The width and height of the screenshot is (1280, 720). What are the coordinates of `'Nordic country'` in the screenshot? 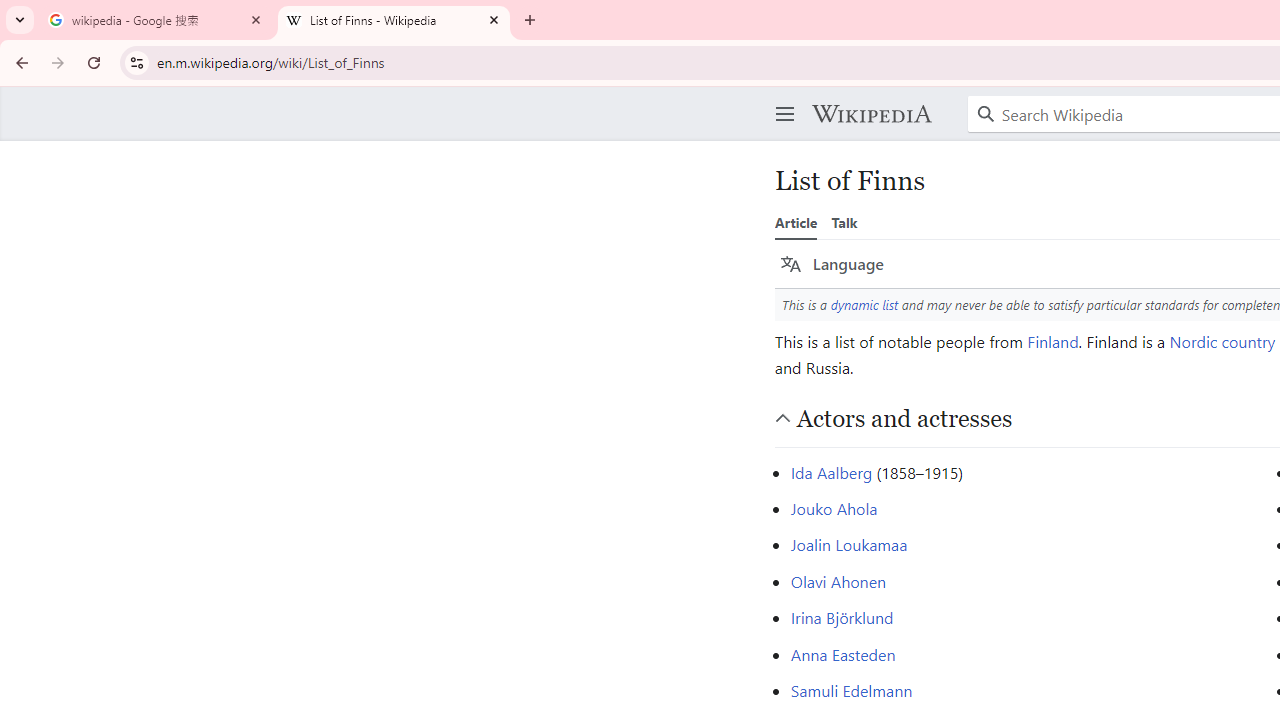 It's located at (1221, 339).